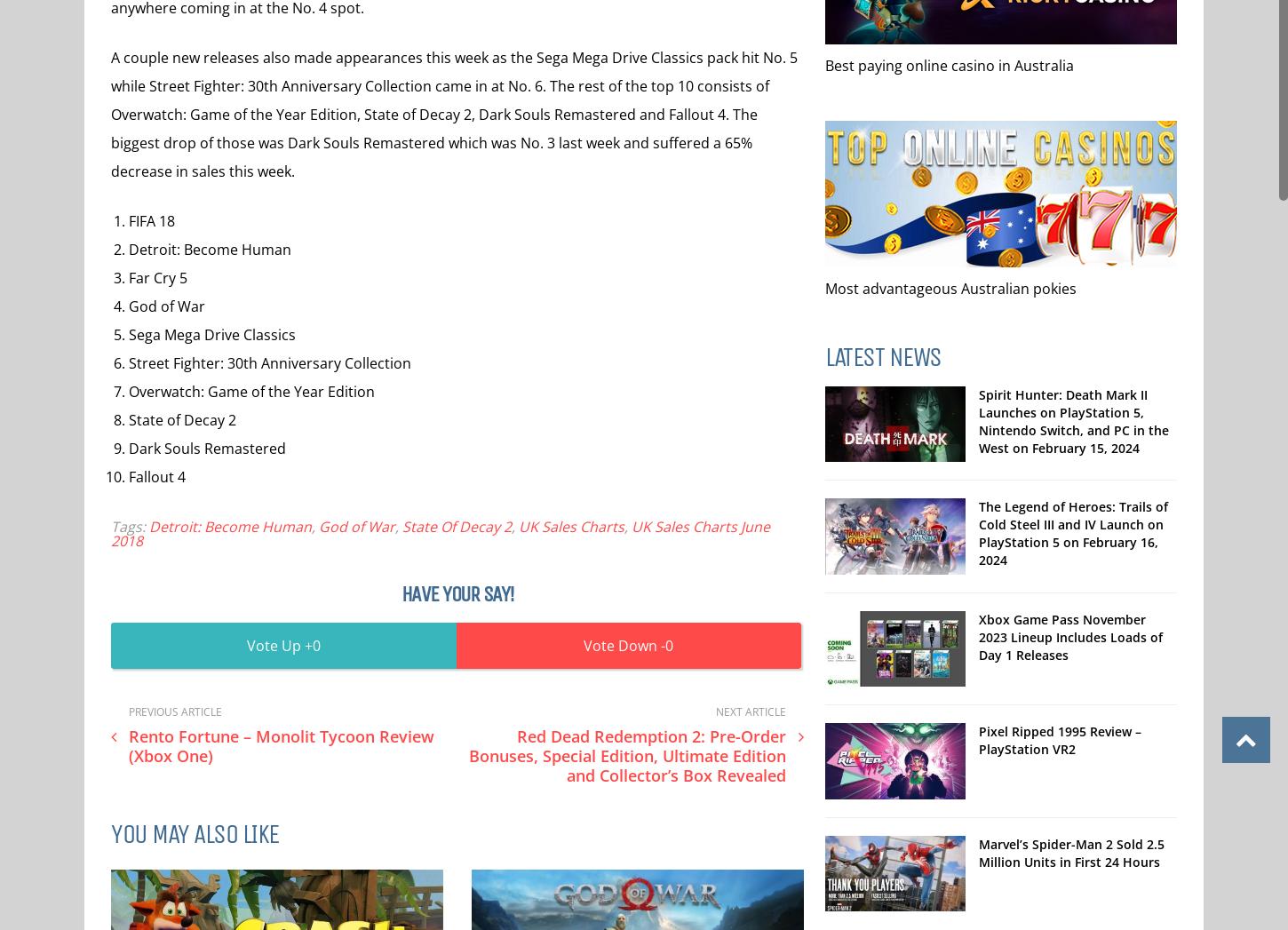 This screenshot has width=1288, height=930. I want to click on 'Have your say!', so click(399, 593).